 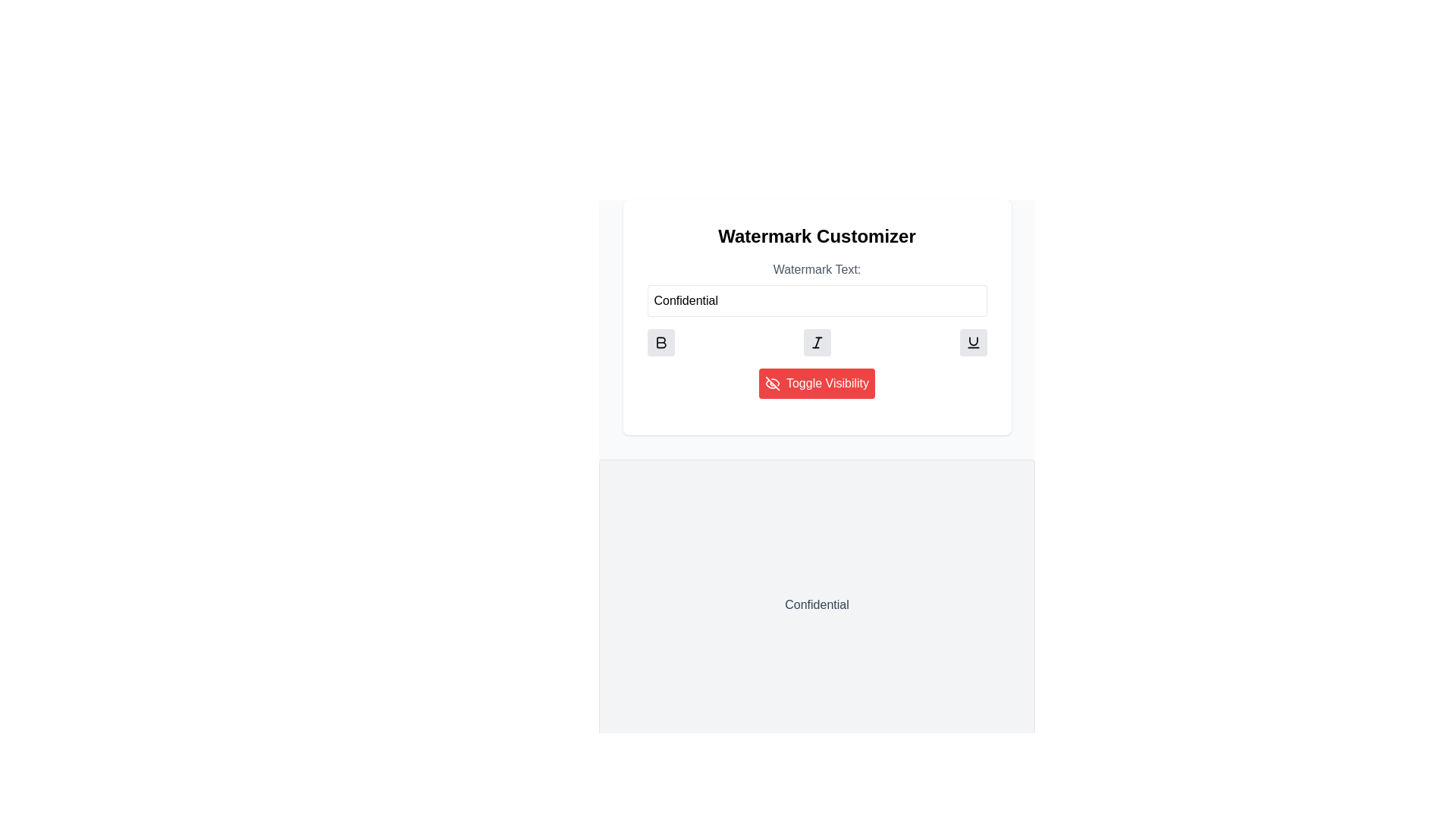 What do you see at coordinates (816, 268) in the screenshot?
I see `the static text label indicating the watermark-related text input field in the 'Watermark Customizer' section` at bounding box center [816, 268].